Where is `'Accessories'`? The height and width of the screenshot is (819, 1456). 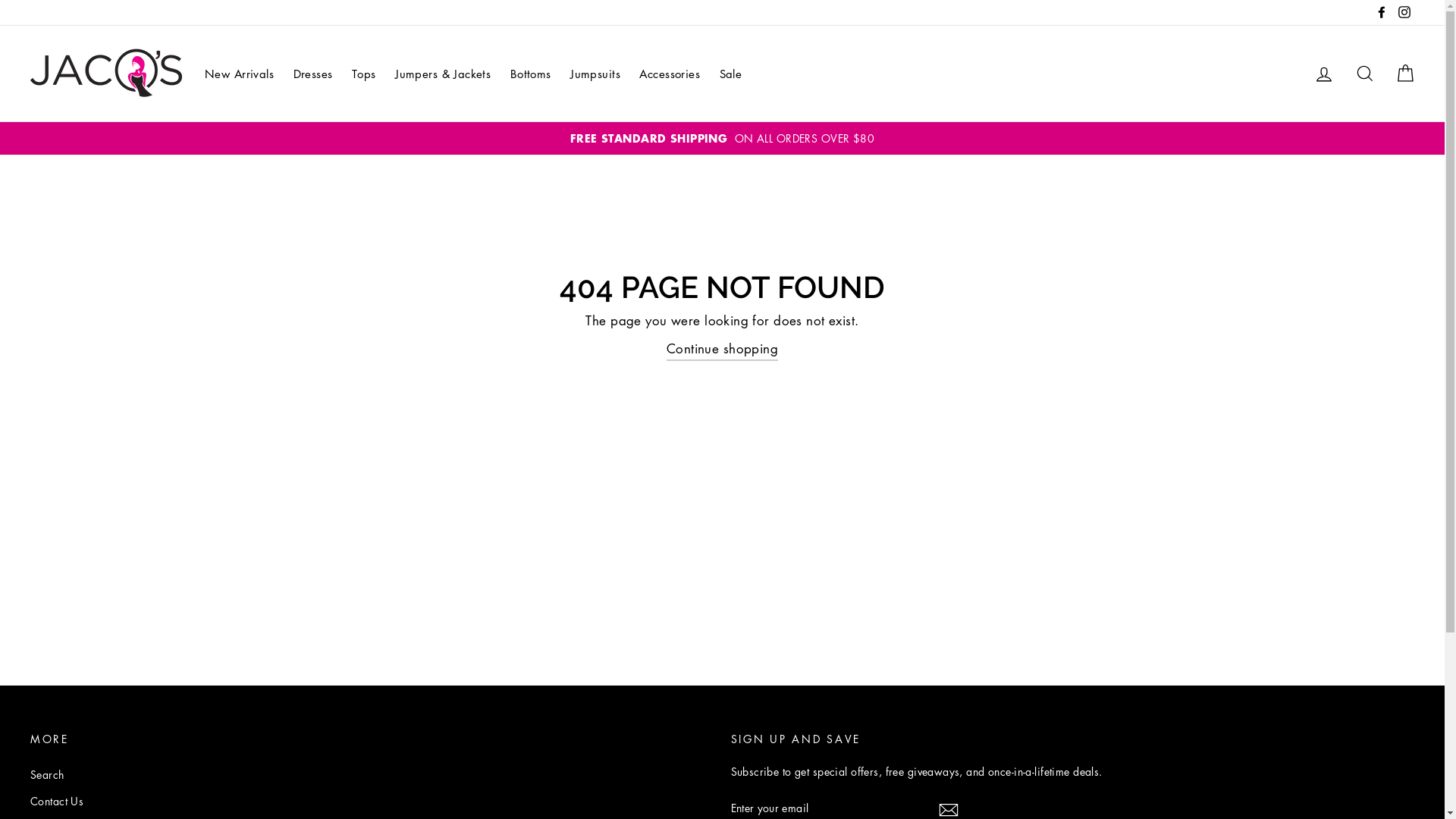 'Accessories' is located at coordinates (669, 74).